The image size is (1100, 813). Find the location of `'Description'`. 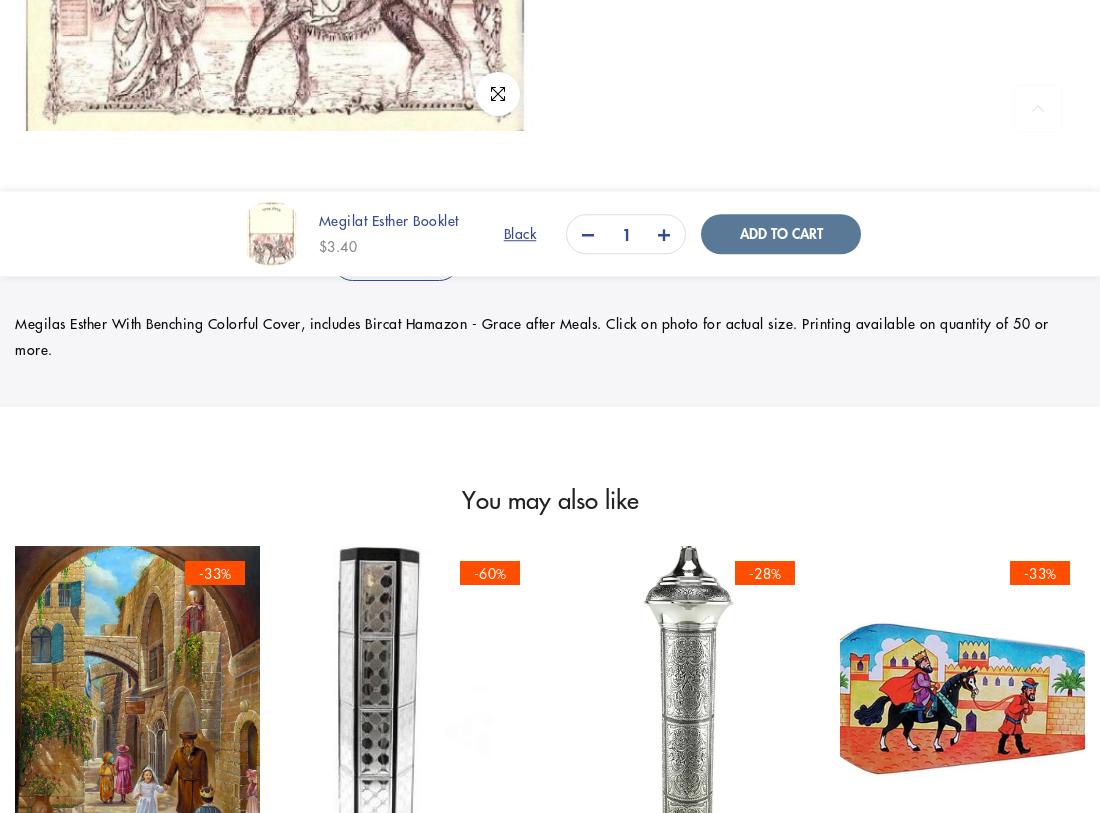

'Description' is located at coordinates (395, 259).